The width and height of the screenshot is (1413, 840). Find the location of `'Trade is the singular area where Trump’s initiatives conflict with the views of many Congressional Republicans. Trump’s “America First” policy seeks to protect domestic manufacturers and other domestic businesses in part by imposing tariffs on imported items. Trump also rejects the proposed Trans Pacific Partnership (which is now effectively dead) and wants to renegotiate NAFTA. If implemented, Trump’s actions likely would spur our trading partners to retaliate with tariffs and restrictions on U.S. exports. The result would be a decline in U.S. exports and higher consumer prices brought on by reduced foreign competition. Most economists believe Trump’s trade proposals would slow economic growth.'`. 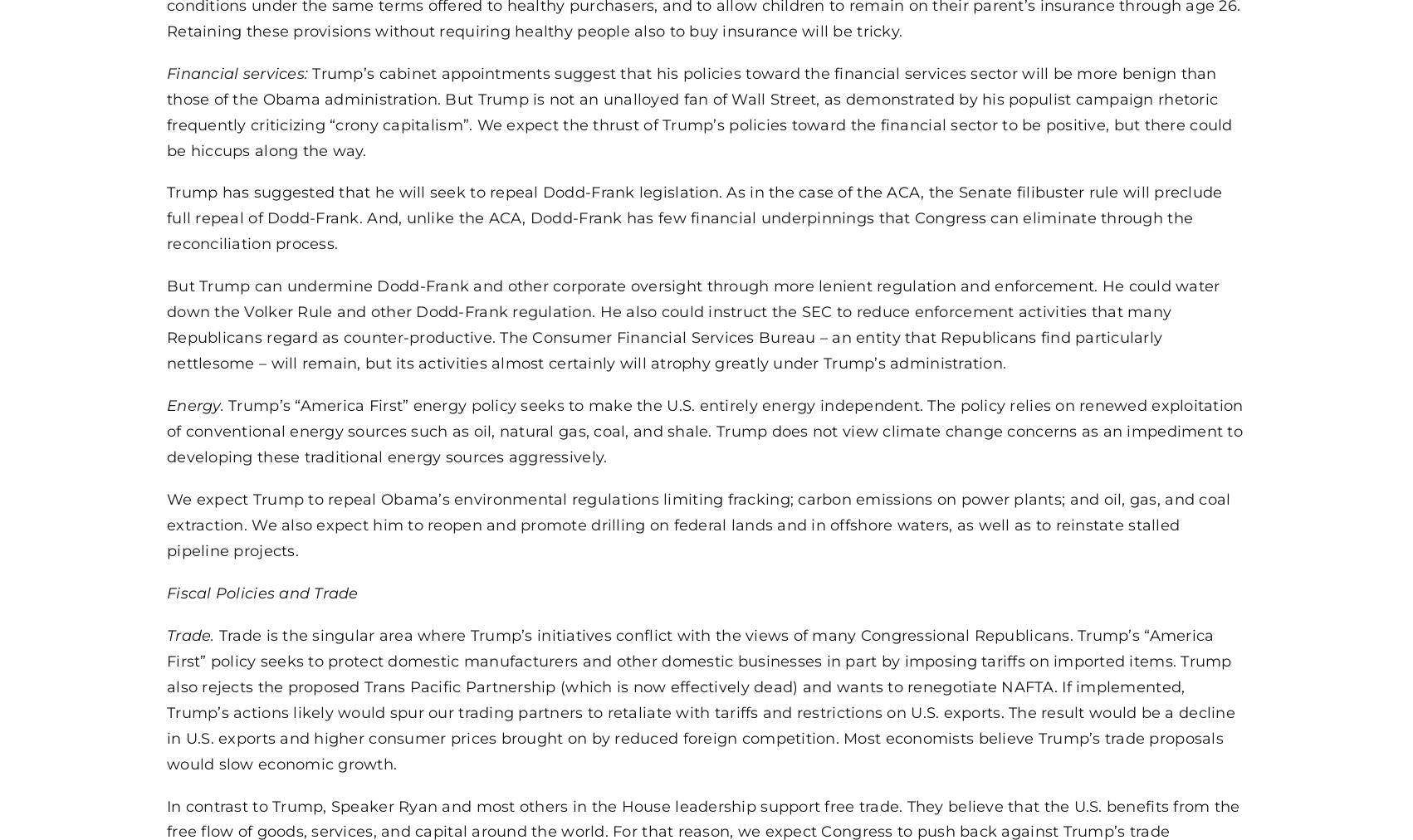

'Trade is the singular area where Trump’s initiatives conflict with the views of many Congressional Republicans. Trump’s “America First” policy seeks to protect domestic manufacturers and other domestic businesses in part by imposing tariffs on imported items. Trump also rejects the proposed Trans Pacific Partnership (which is now effectively dead) and wants to renegotiate NAFTA. If implemented, Trump’s actions likely would spur our trading partners to retaliate with tariffs and restrictions on U.S. exports. The result would be a decline in U.S. exports and higher consumer prices brought on by reduced foreign competition. Most economists believe Trump’s trade proposals would slow economic growth.' is located at coordinates (700, 697).